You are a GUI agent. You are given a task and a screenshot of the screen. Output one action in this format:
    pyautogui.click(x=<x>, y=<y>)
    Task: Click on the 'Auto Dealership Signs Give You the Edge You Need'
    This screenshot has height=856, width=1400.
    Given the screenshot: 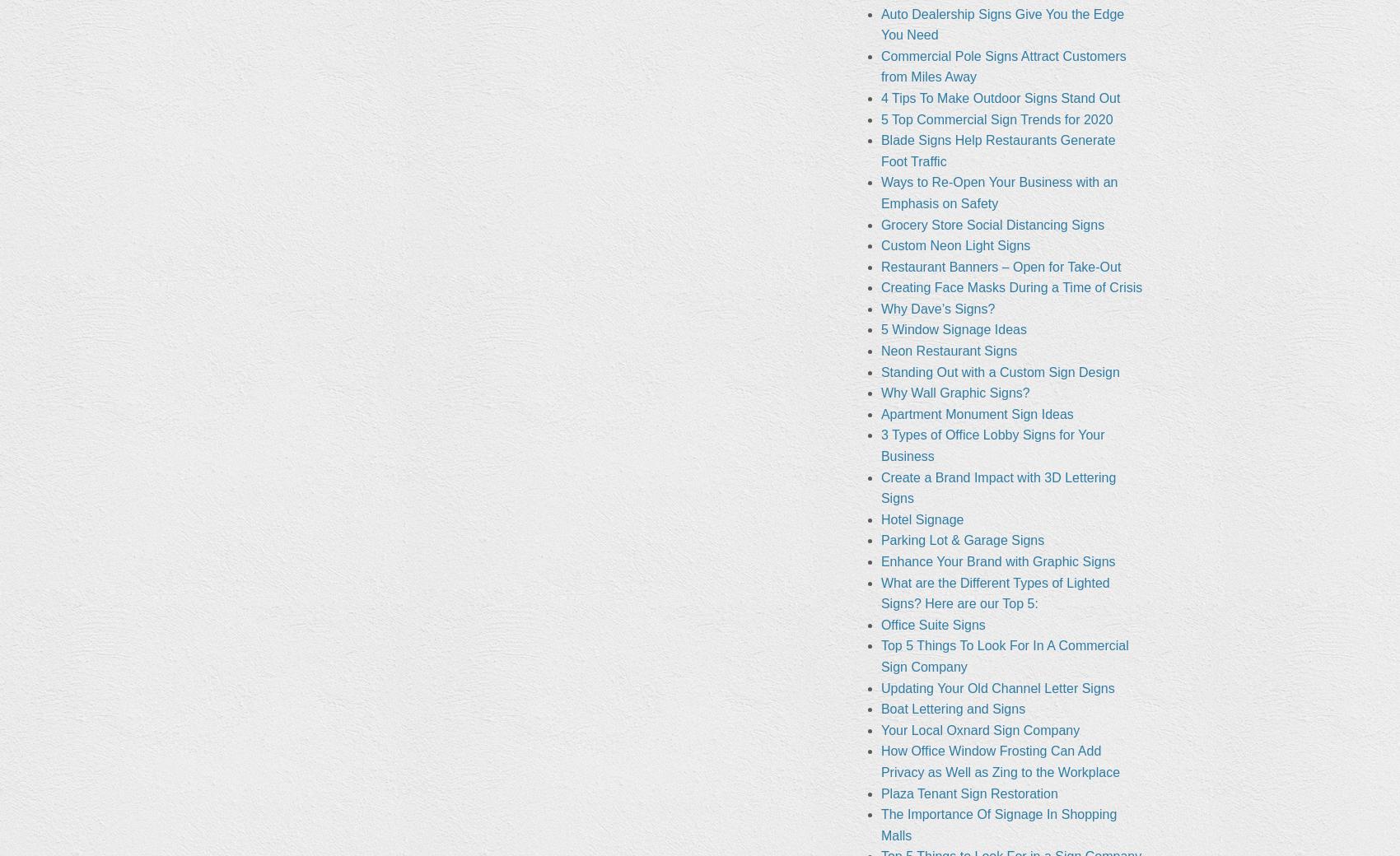 What is the action you would take?
    pyautogui.click(x=880, y=23)
    